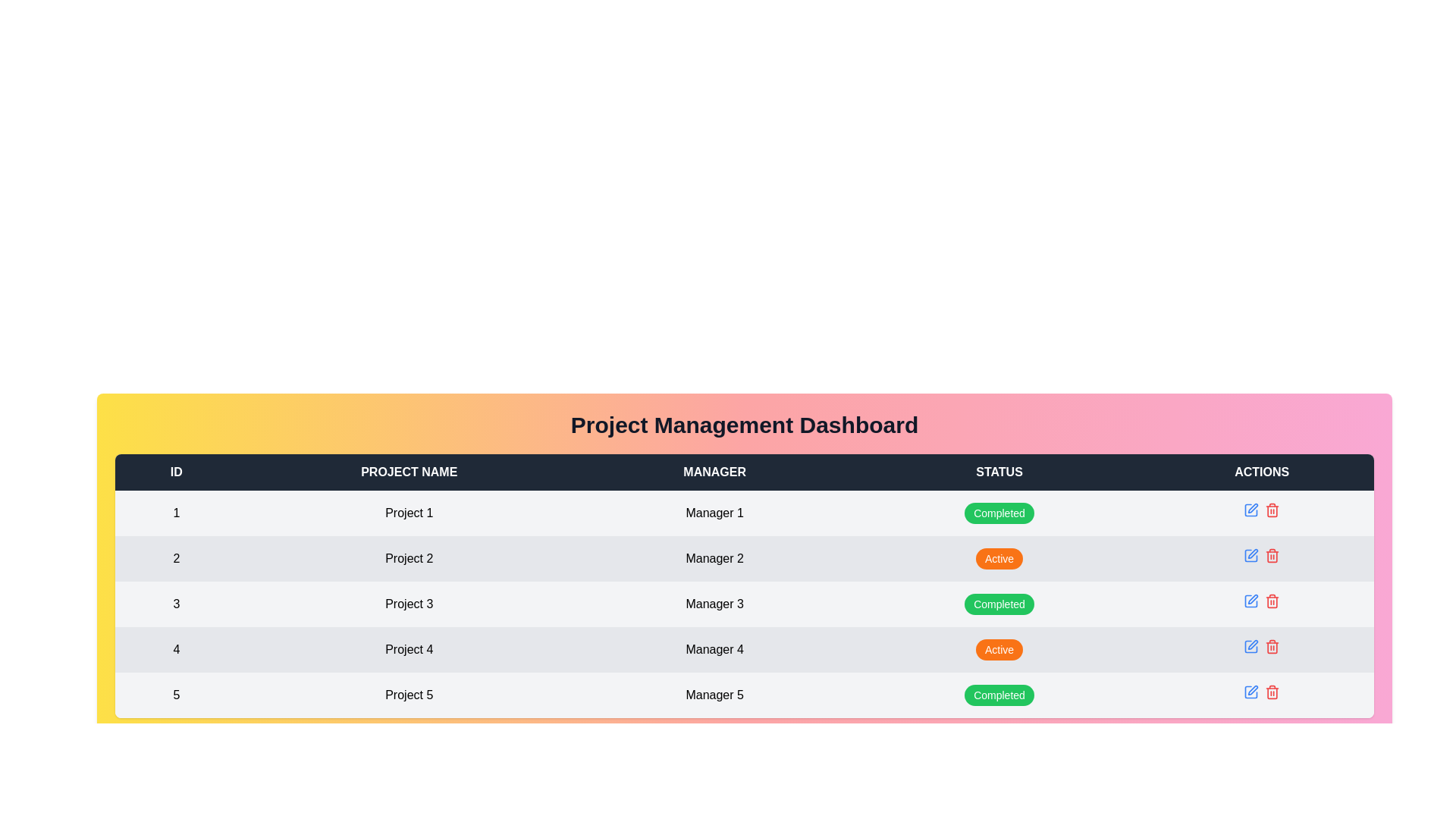  What do you see at coordinates (176, 604) in the screenshot?
I see `the static text field containing the number '3' in the 'ID' column of the table, located in the third row and aligned with other project data` at bounding box center [176, 604].